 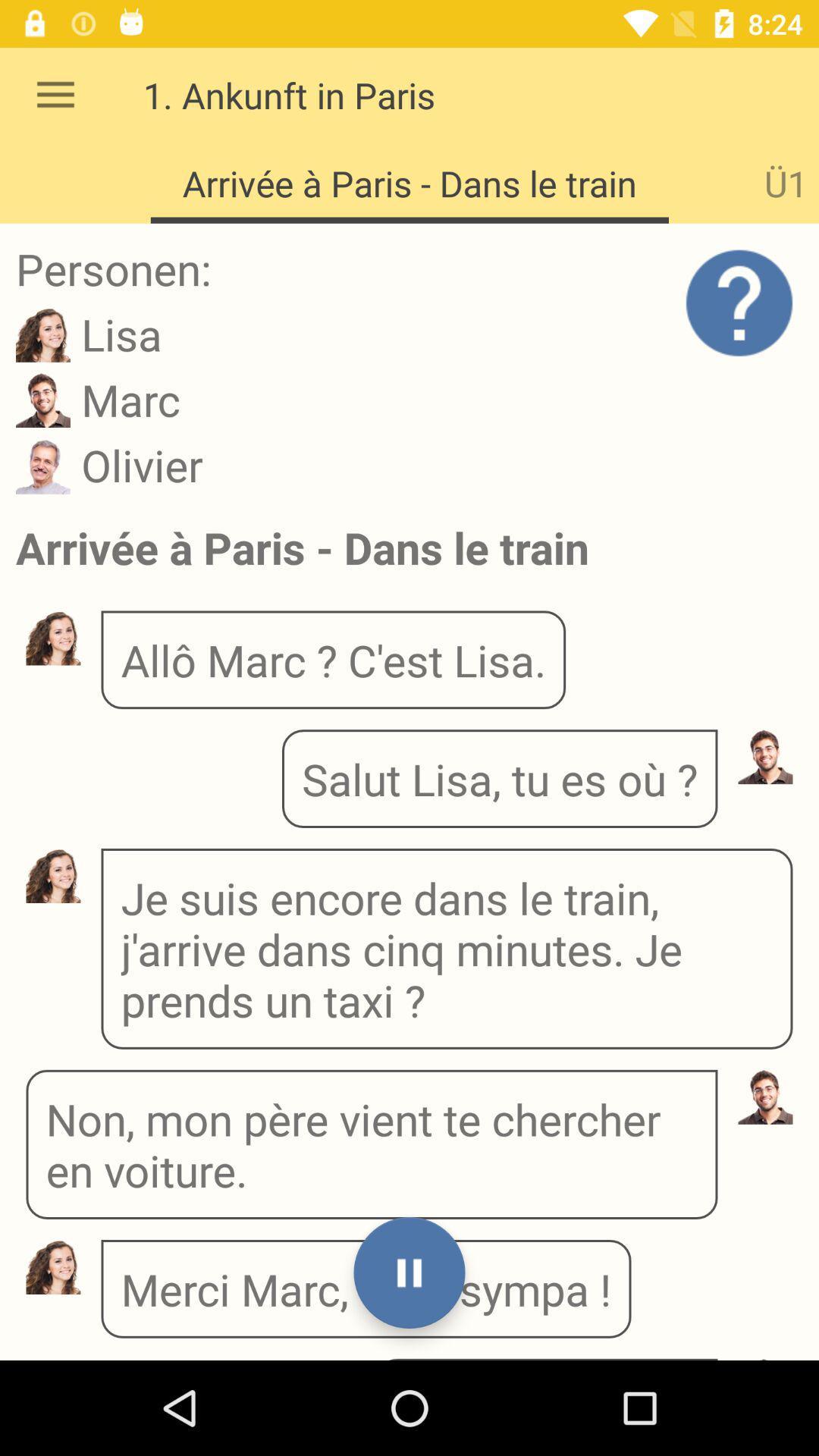 I want to click on the avatar icon, so click(x=52, y=876).